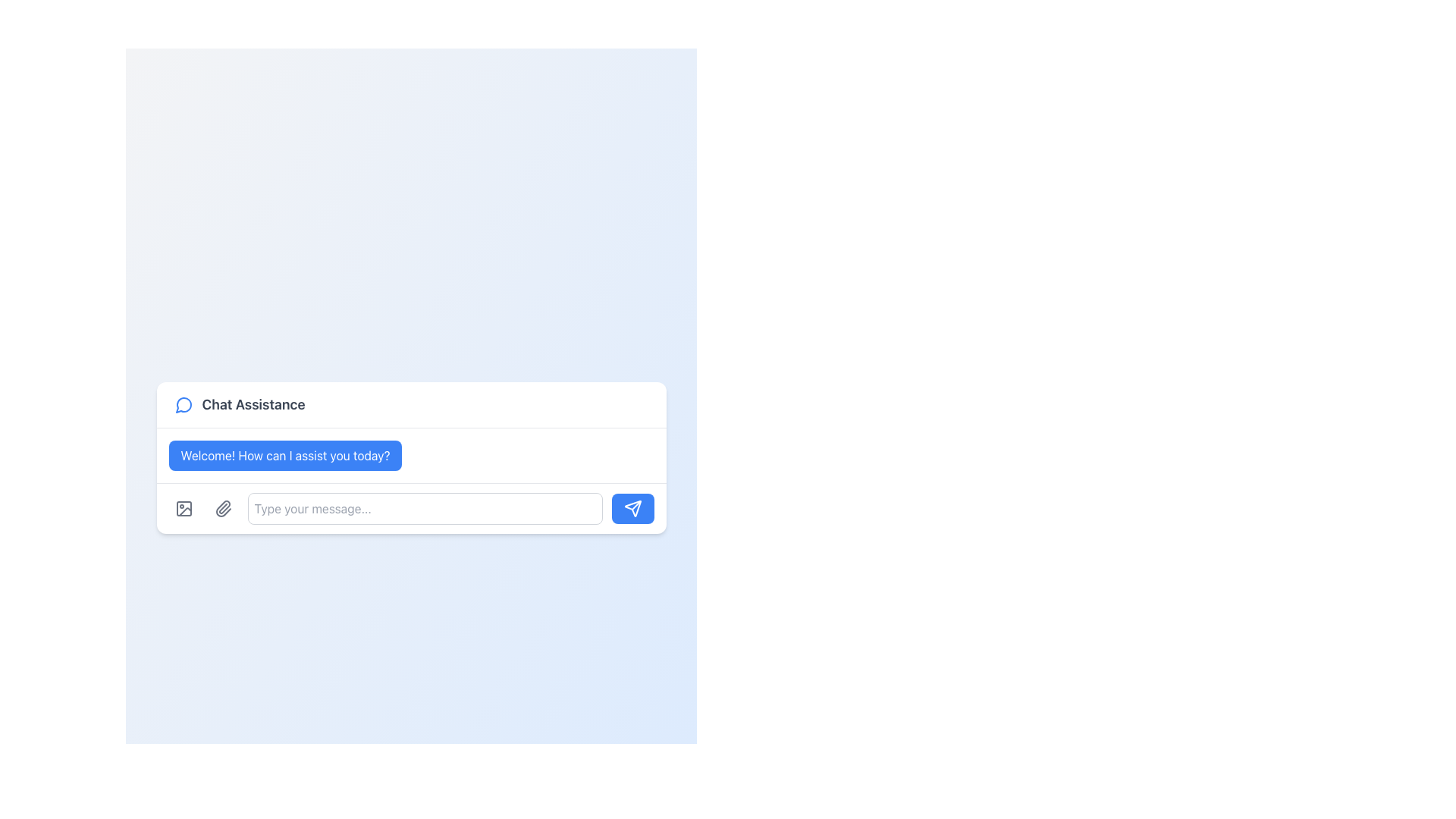  What do you see at coordinates (183, 509) in the screenshot?
I see `the image upload button located on the leftmost section of the input bar at the bottom of the chat interface` at bounding box center [183, 509].